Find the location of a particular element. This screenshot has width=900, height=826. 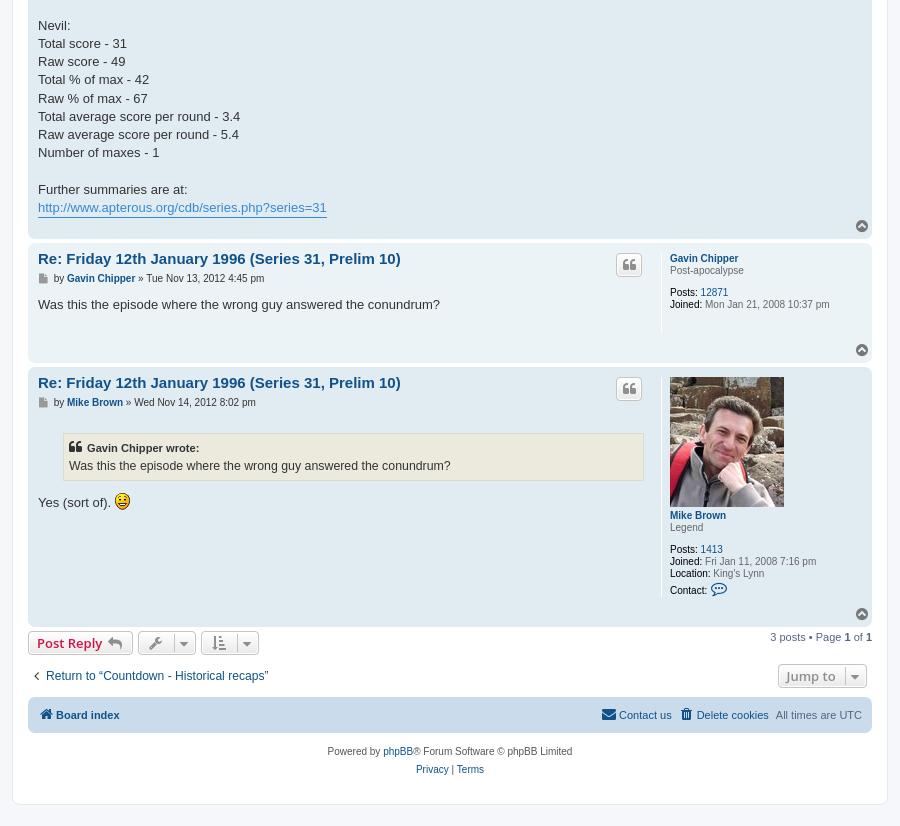

'1413' is located at coordinates (710, 548).